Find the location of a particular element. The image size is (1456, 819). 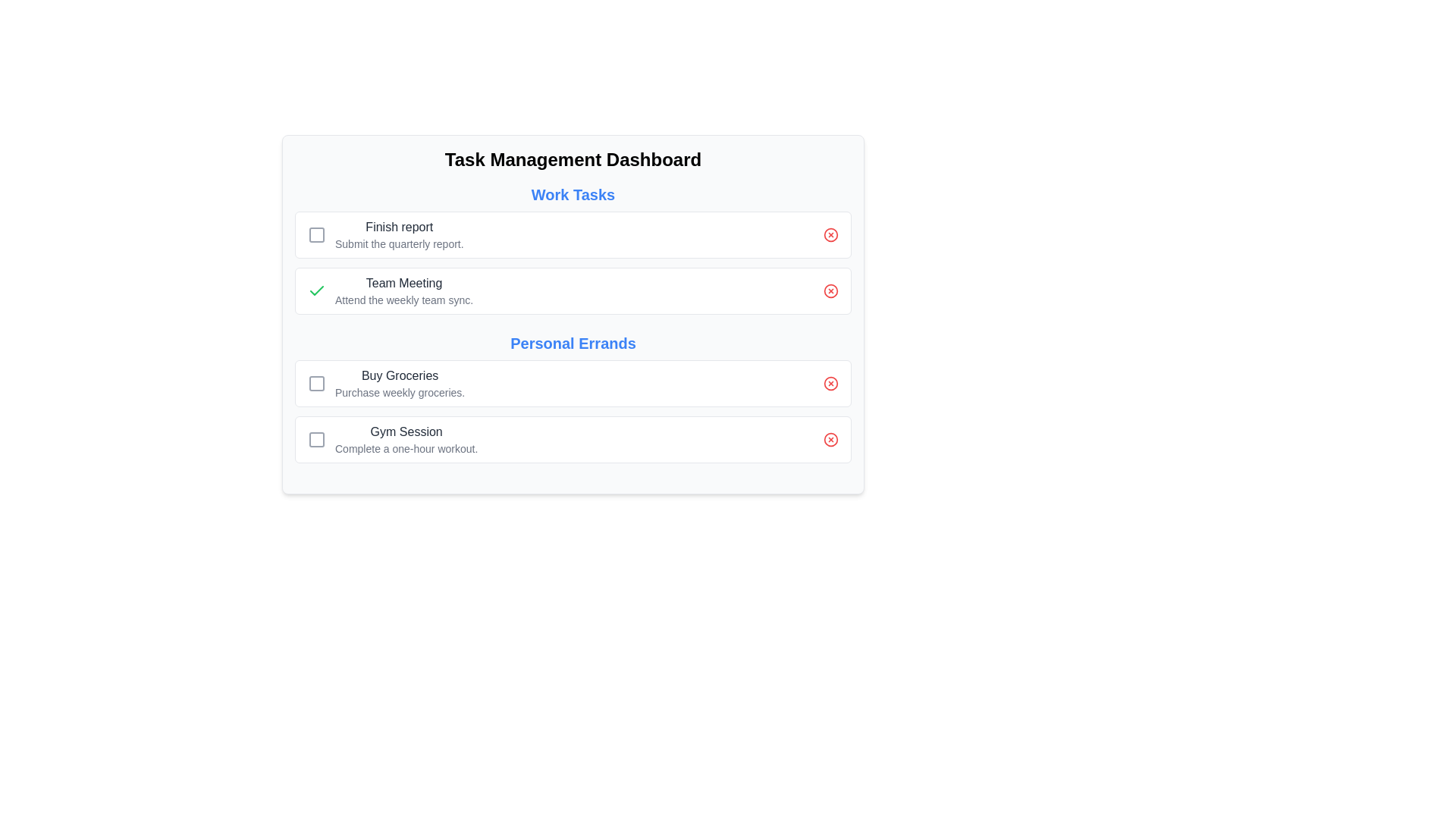

the 'Buy Groceries' checkbox to check or uncheck the box is located at coordinates (315, 382).